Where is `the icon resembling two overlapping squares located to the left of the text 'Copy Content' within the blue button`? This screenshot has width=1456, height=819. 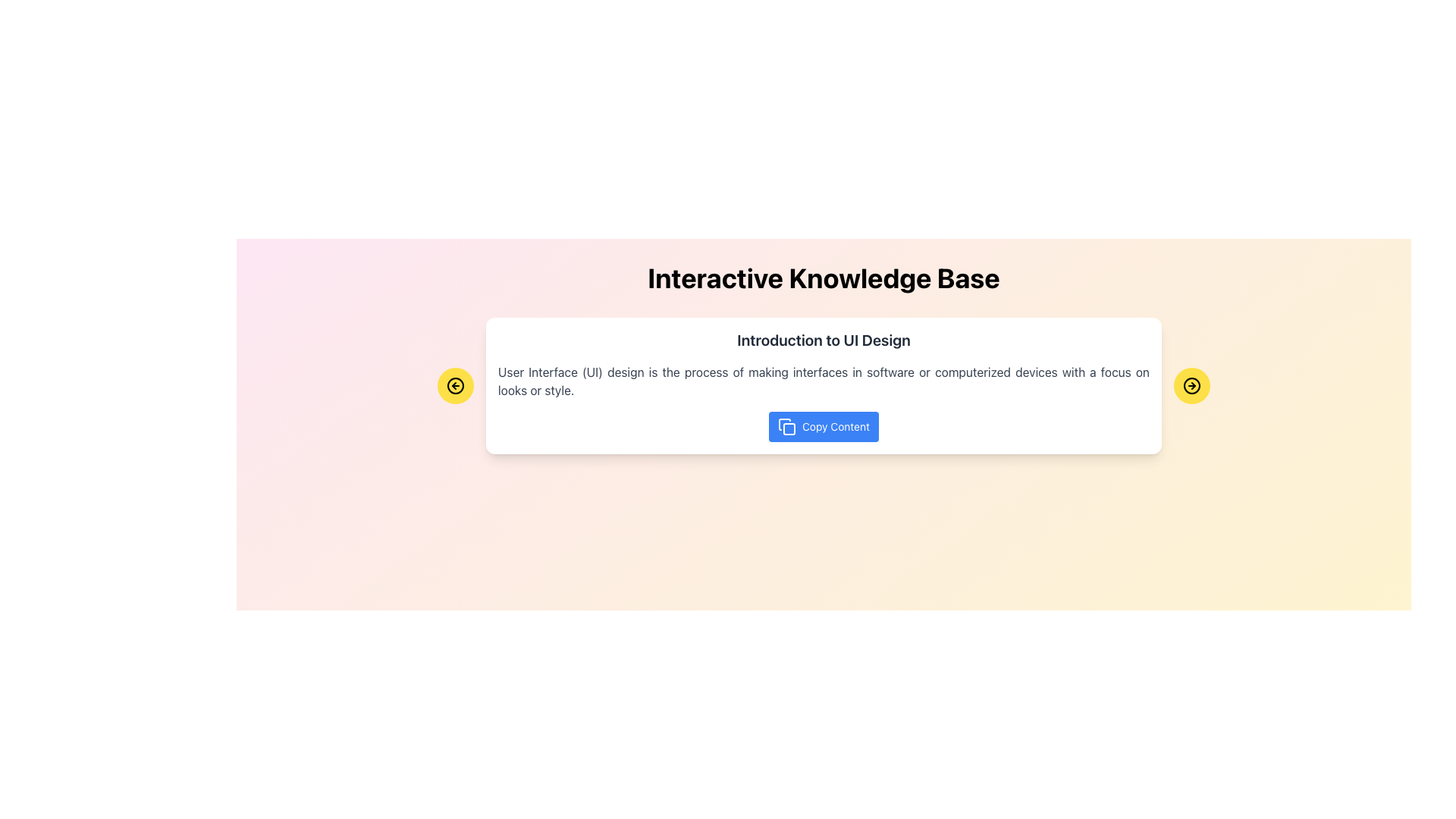 the icon resembling two overlapping squares located to the left of the text 'Copy Content' within the blue button is located at coordinates (786, 427).